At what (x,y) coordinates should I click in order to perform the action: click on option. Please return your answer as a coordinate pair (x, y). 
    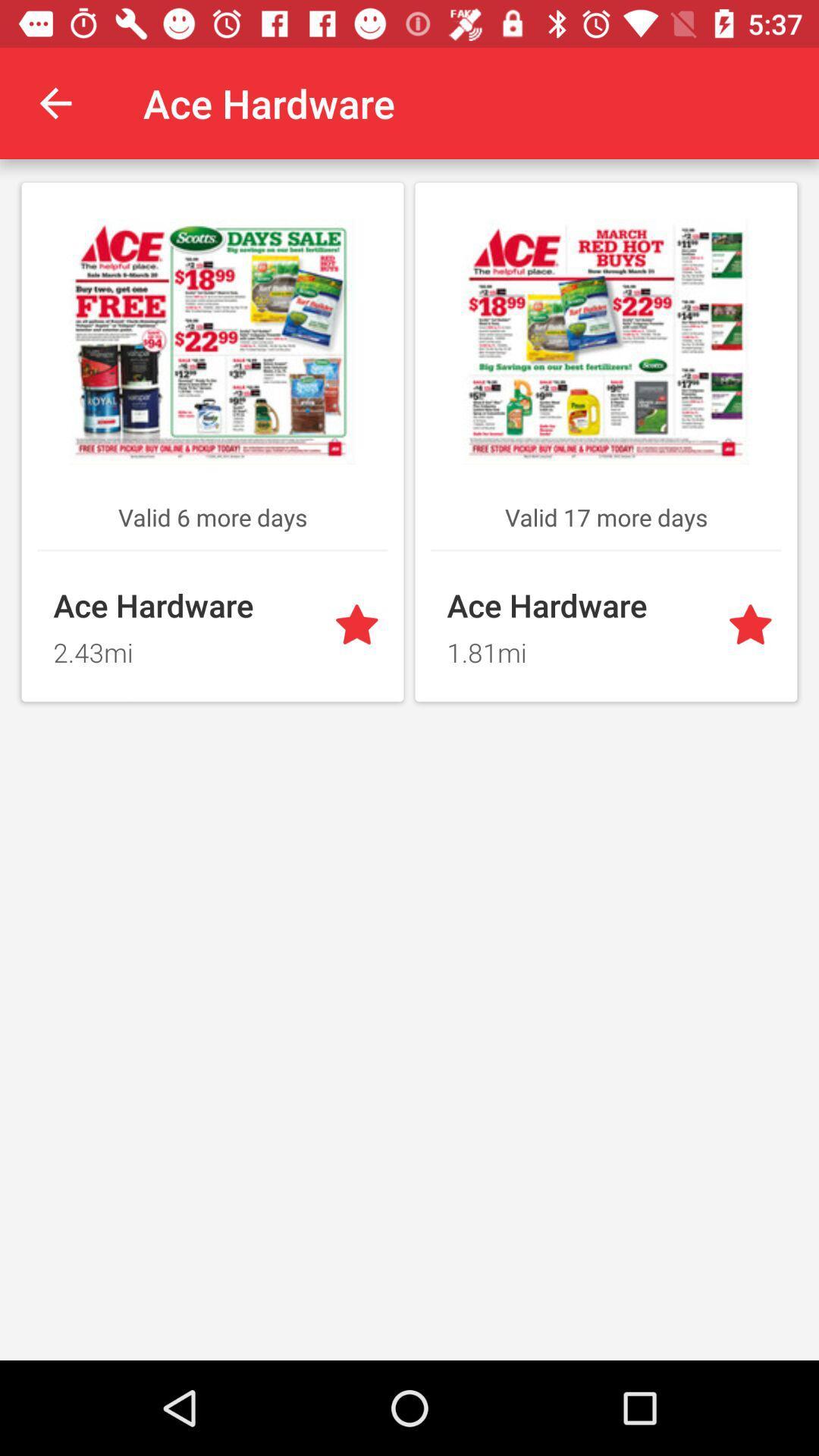
    Looking at the image, I should click on (359, 626).